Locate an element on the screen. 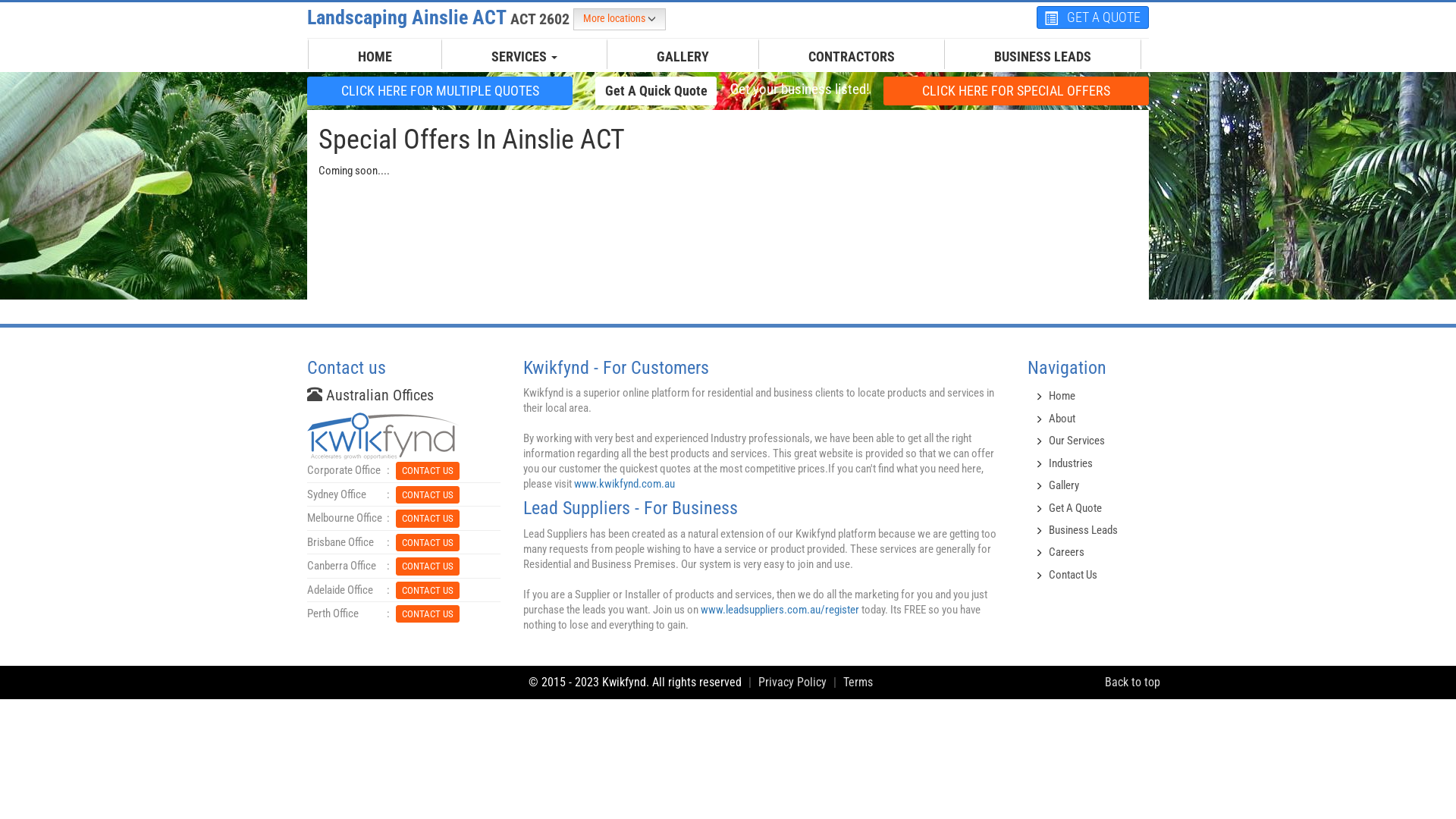 The width and height of the screenshot is (1456, 819). 'Get A Quick Quote' is located at coordinates (655, 90).